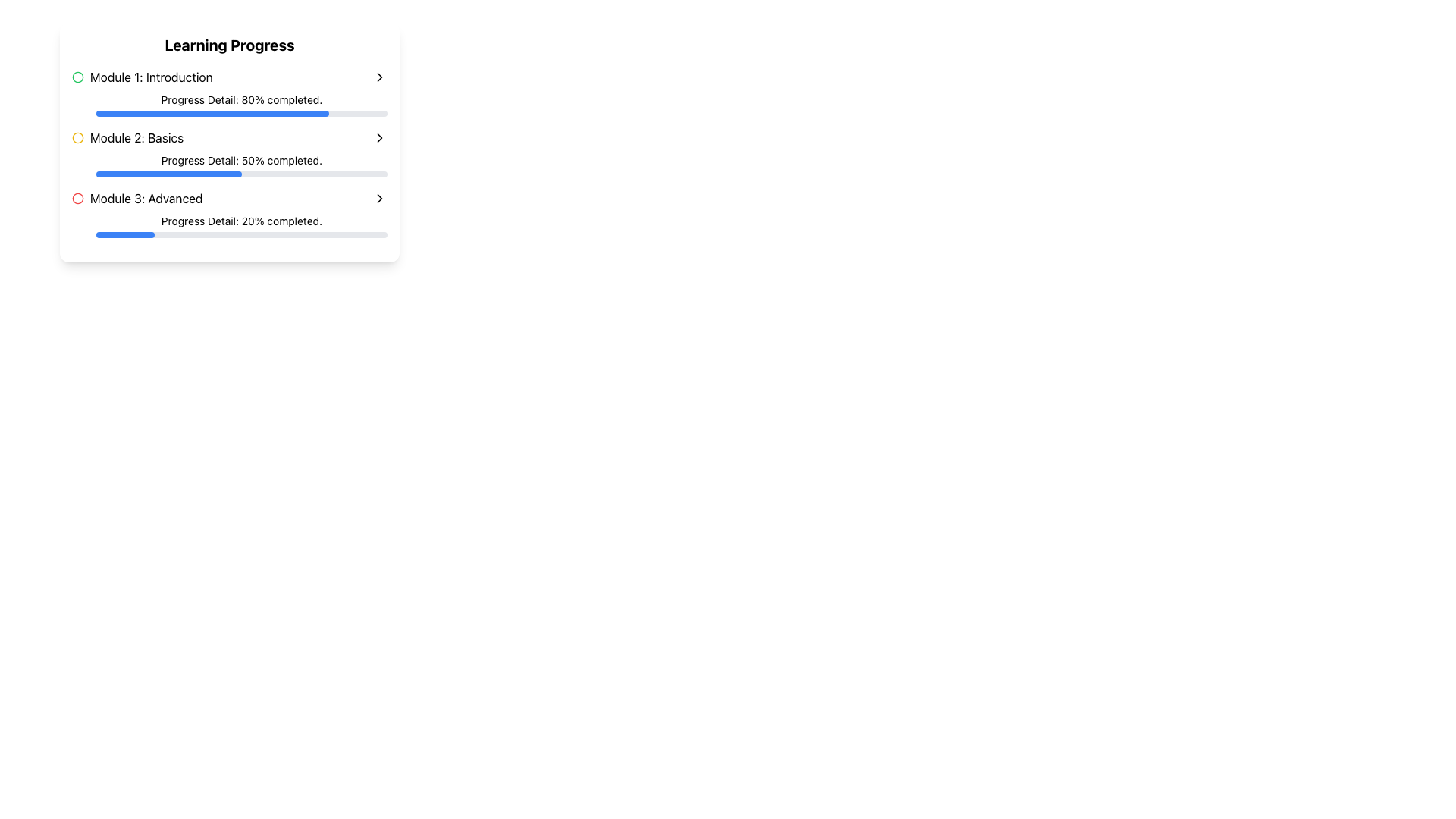 The image size is (1456, 819). I want to click on the static text element that serves as the title for the first module in the learning progress interface, so click(151, 77).